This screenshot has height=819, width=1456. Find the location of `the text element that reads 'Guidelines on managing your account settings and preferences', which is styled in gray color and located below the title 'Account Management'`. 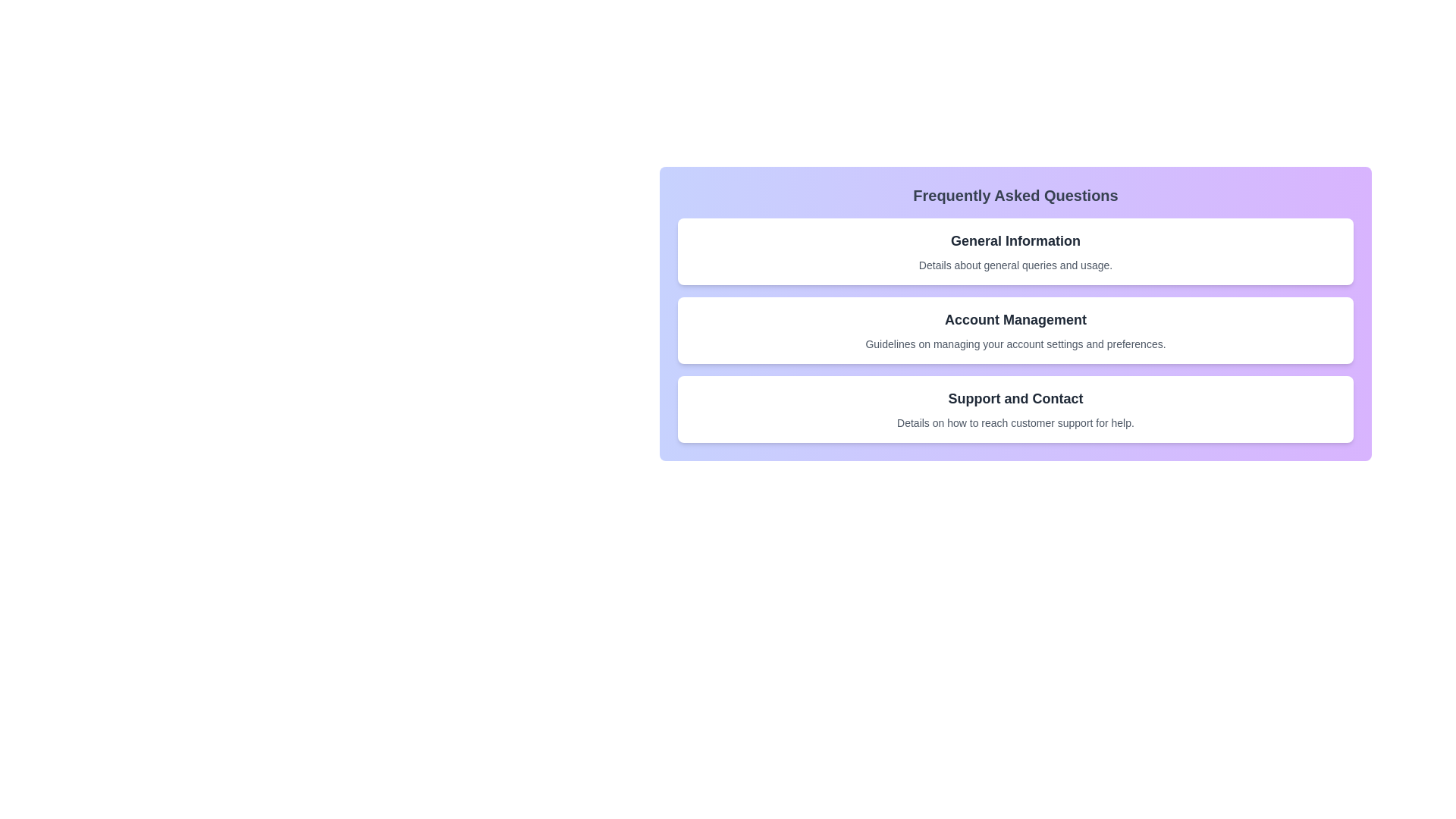

the text element that reads 'Guidelines on managing your account settings and preferences', which is styled in gray color and located below the title 'Account Management' is located at coordinates (1015, 344).